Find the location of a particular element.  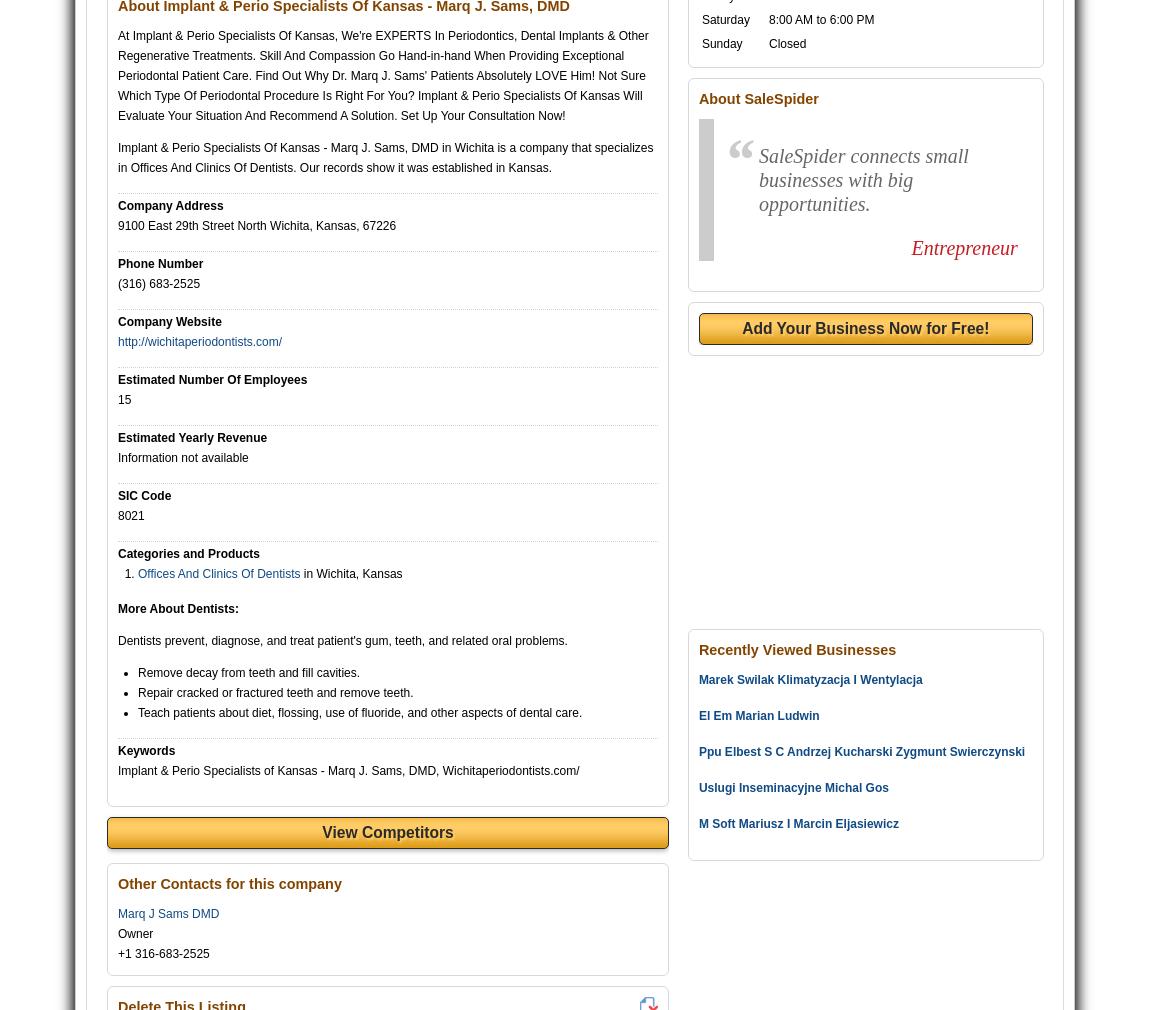

'Offices And Clinics Of Dentists' is located at coordinates (217, 572).